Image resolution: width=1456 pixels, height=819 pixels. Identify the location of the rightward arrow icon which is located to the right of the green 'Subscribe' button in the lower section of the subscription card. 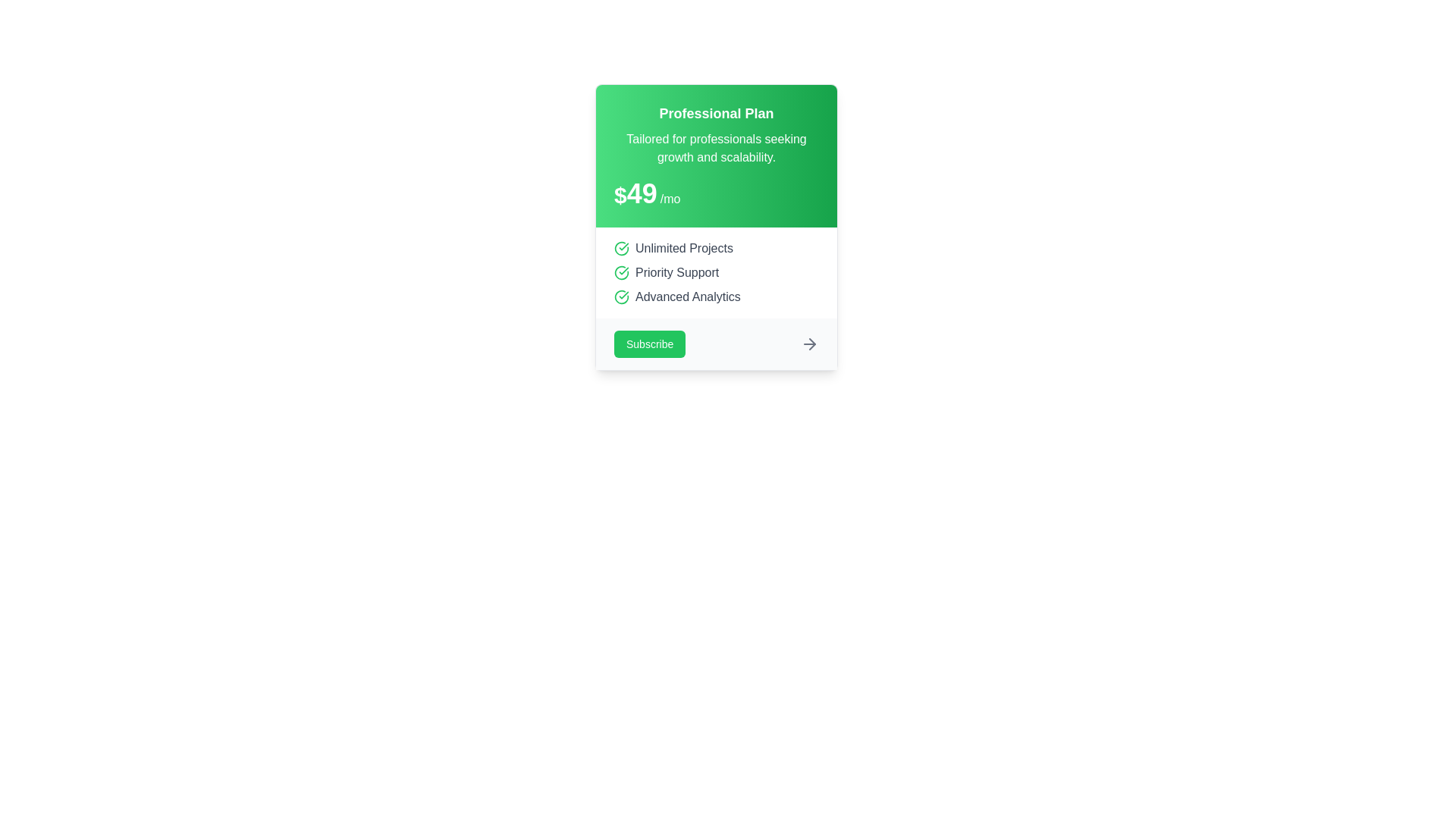
(809, 344).